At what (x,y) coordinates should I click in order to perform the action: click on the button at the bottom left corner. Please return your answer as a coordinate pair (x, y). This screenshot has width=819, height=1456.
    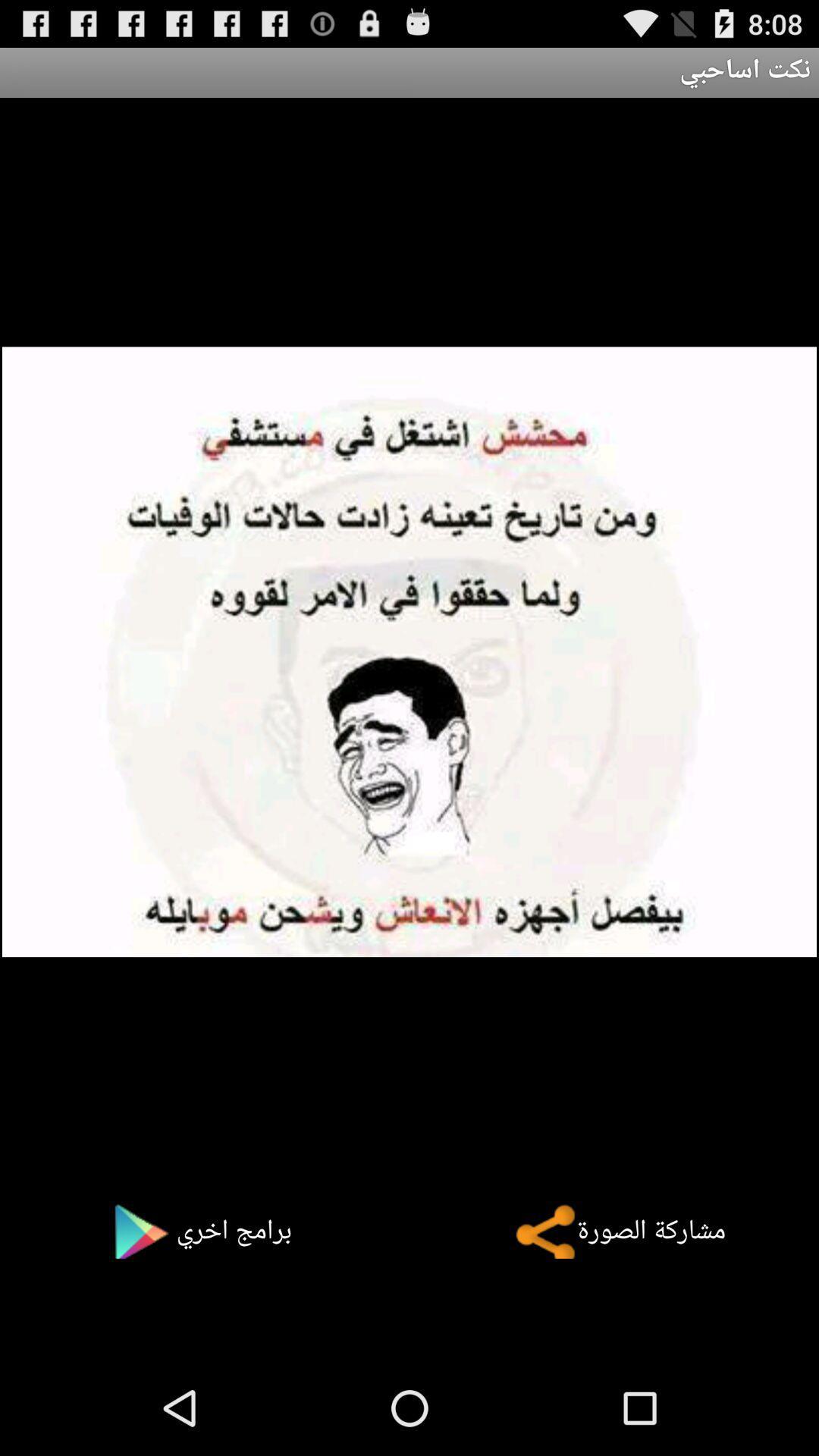
    Looking at the image, I should click on (191, 1231).